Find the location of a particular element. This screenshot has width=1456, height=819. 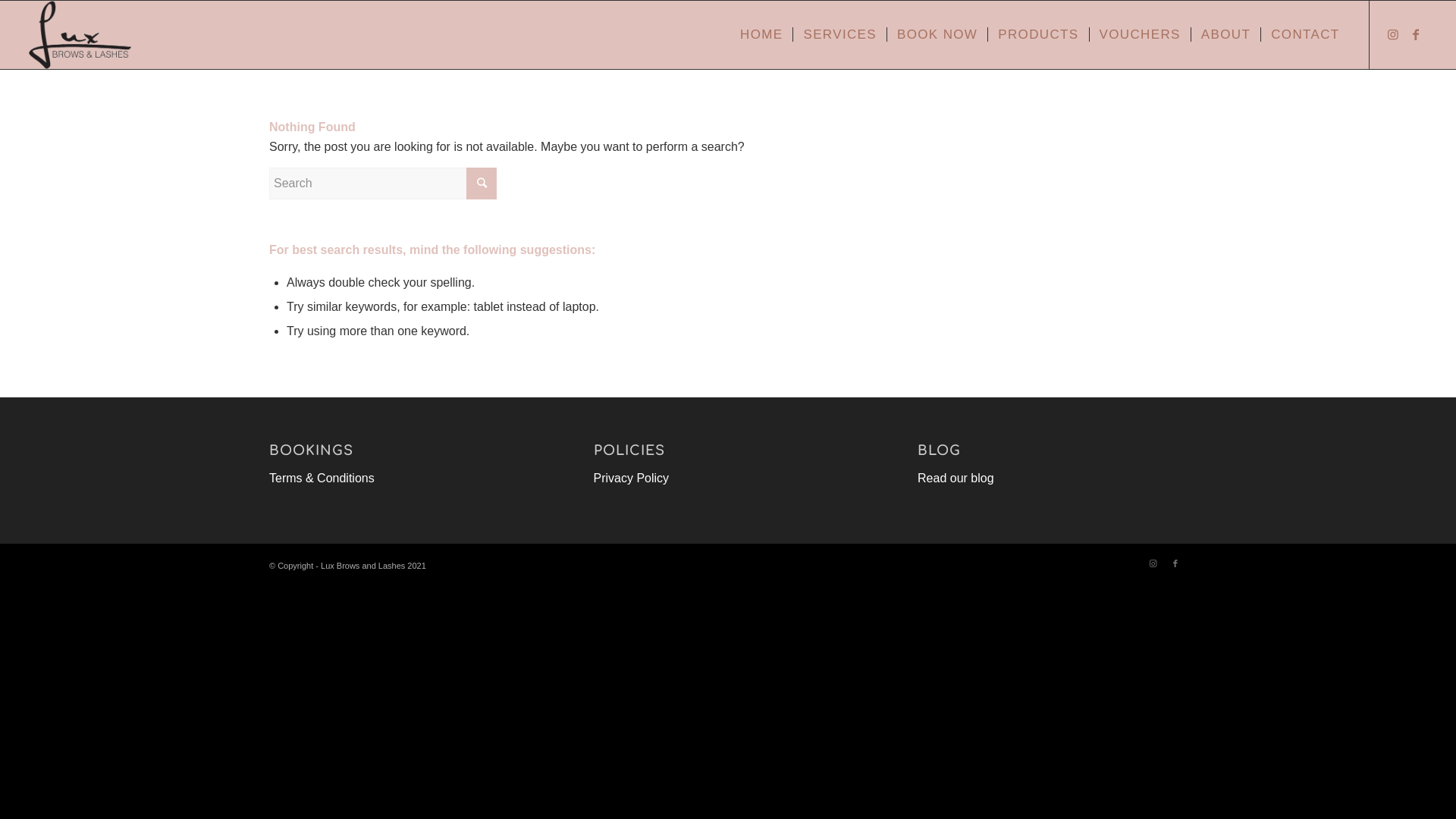

'Privacy Policy' is located at coordinates (632, 478).